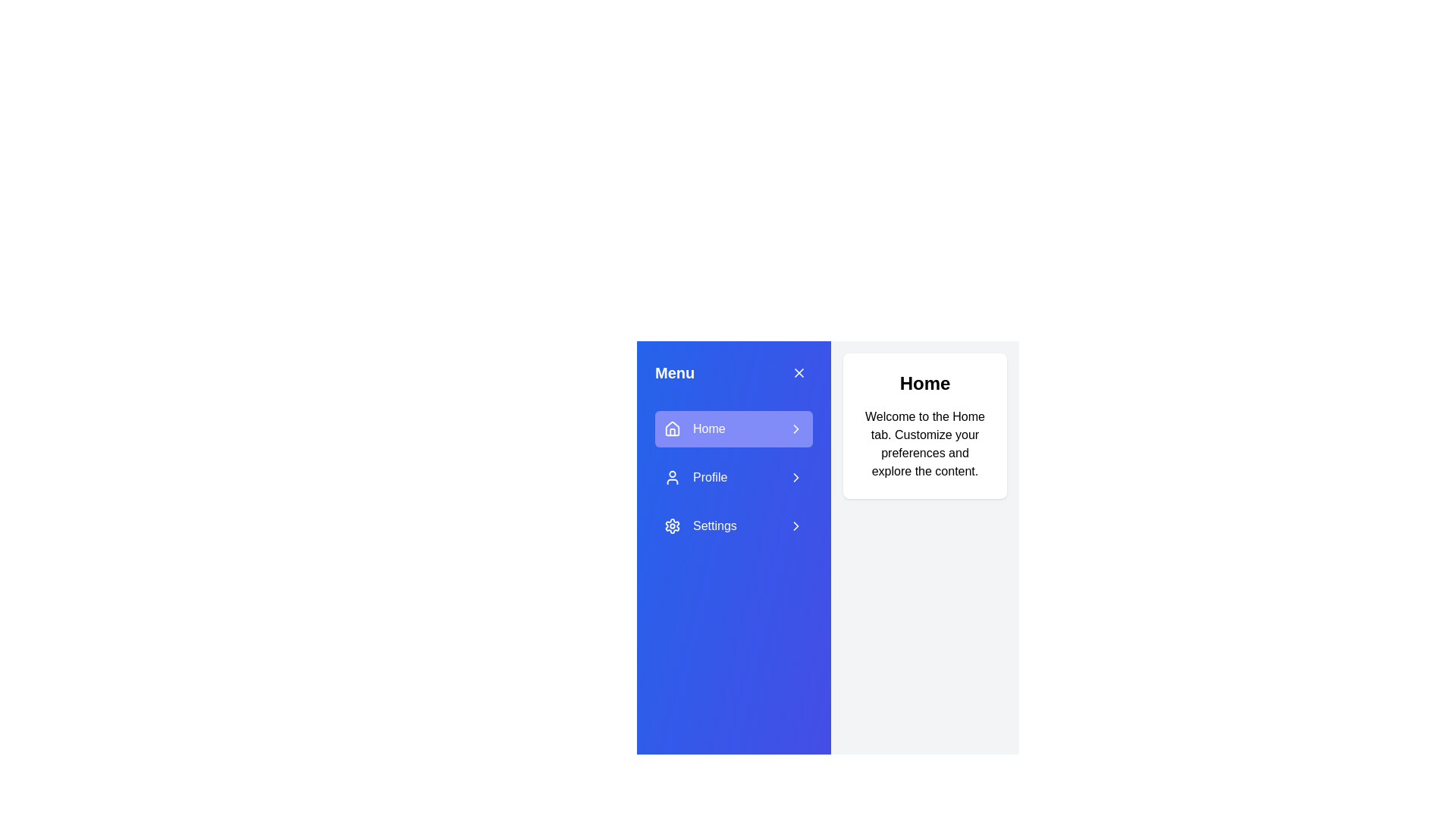  I want to click on the rightward-pointing chevron arrow icon located to the right of the 'Profile' text in the sidebar menu, so click(795, 476).